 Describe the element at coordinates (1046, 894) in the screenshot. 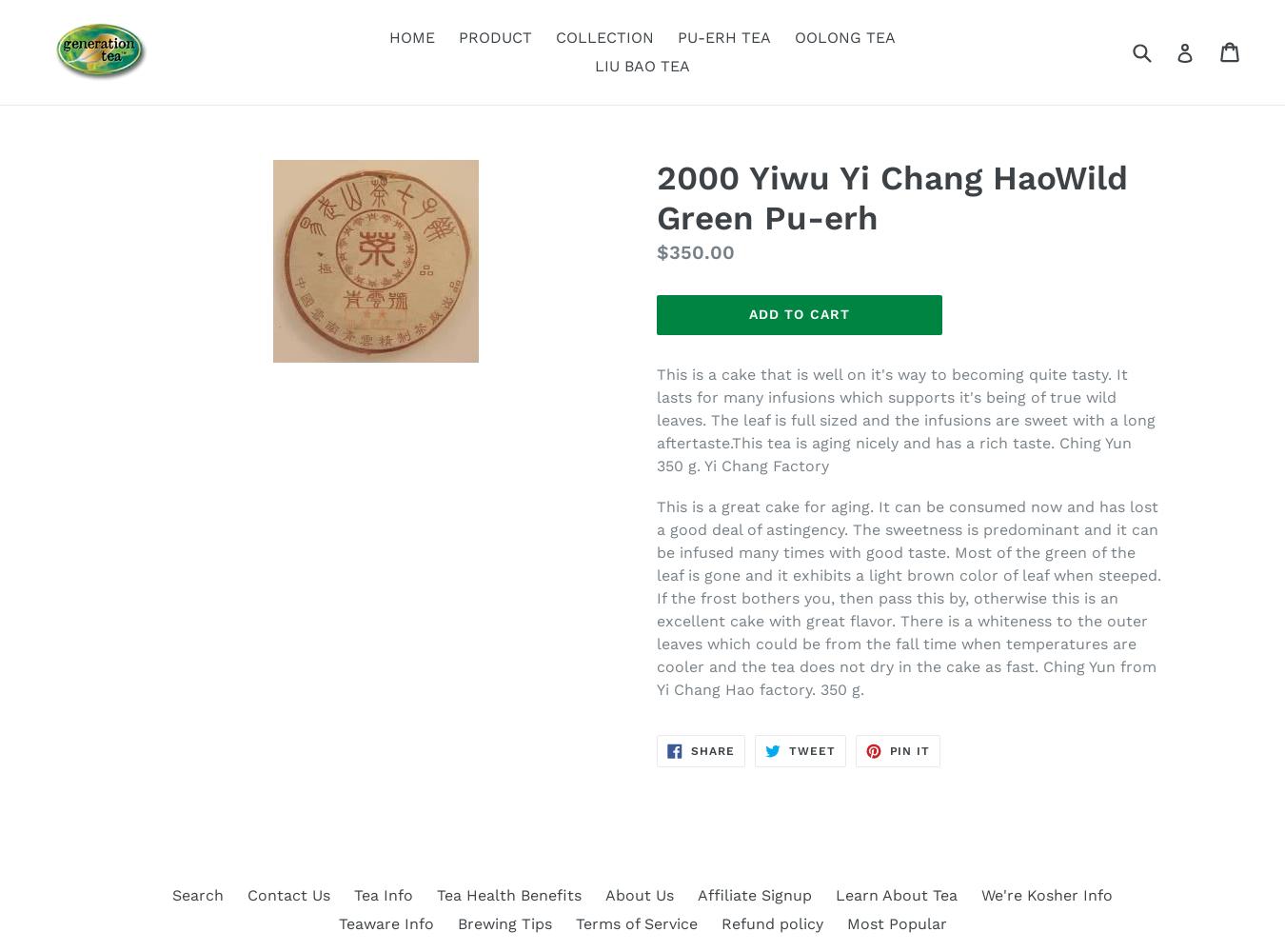

I see `'We're Kosher Info'` at that location.